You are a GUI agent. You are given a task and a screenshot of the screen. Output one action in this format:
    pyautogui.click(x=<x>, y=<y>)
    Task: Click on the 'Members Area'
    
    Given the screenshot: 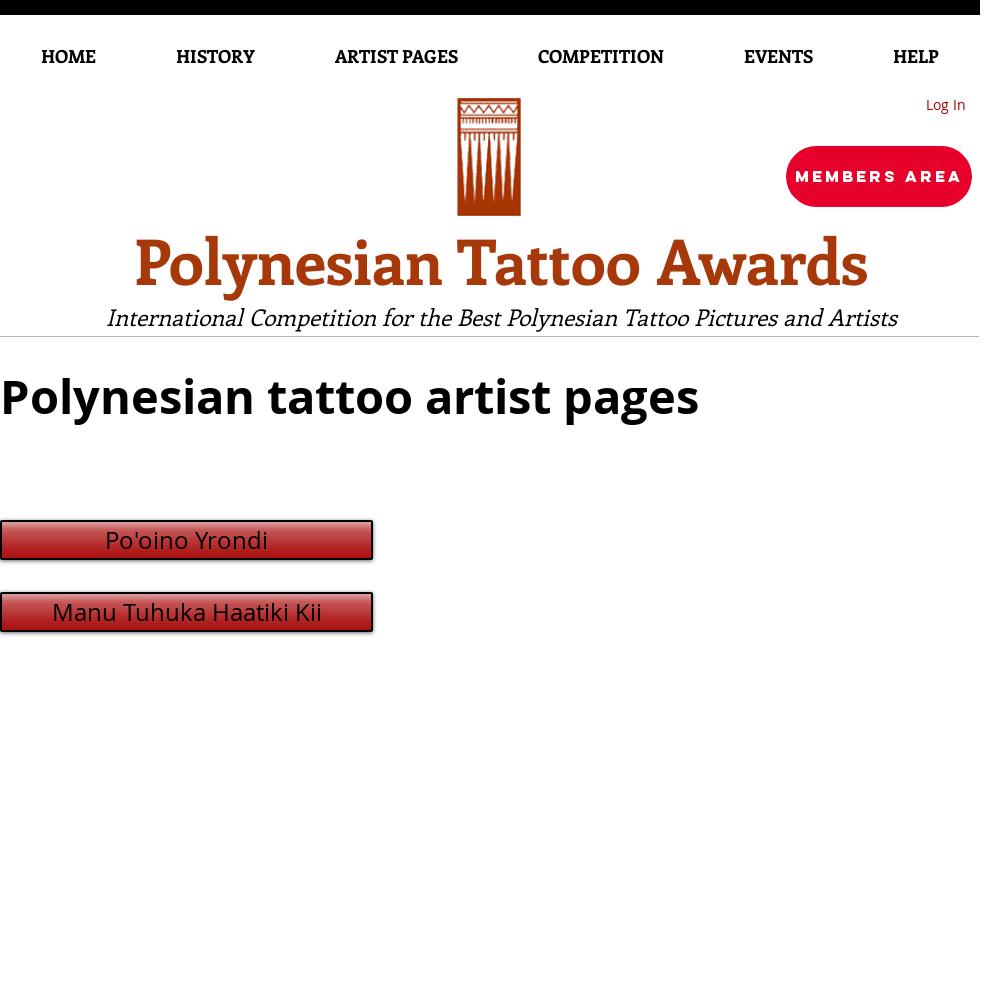 What is the action you would take?
    pyautogui.click(x=879, y=175)
    